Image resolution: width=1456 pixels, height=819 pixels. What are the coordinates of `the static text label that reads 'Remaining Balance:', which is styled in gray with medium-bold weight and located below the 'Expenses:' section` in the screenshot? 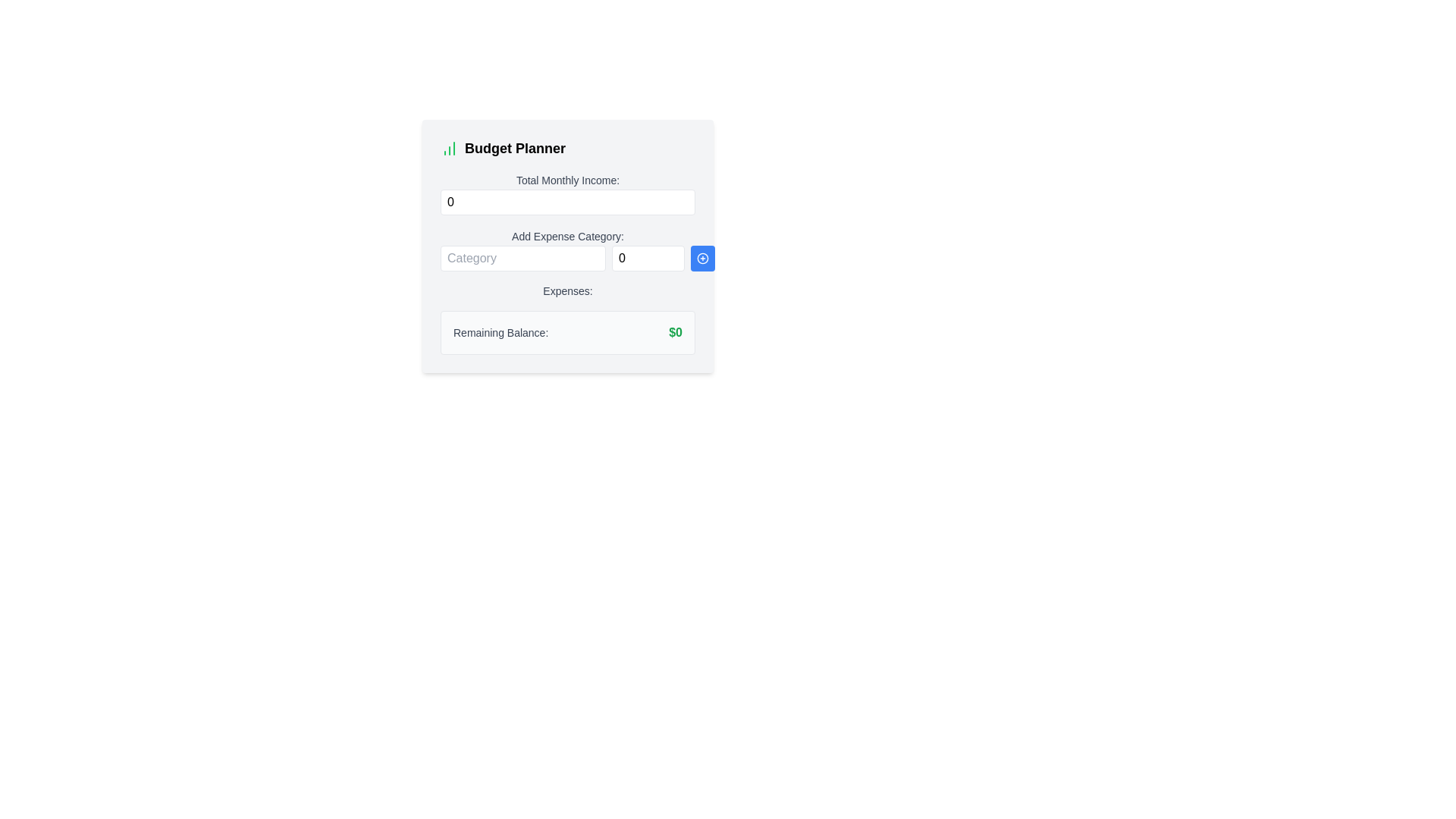 It's located at (500, 332).